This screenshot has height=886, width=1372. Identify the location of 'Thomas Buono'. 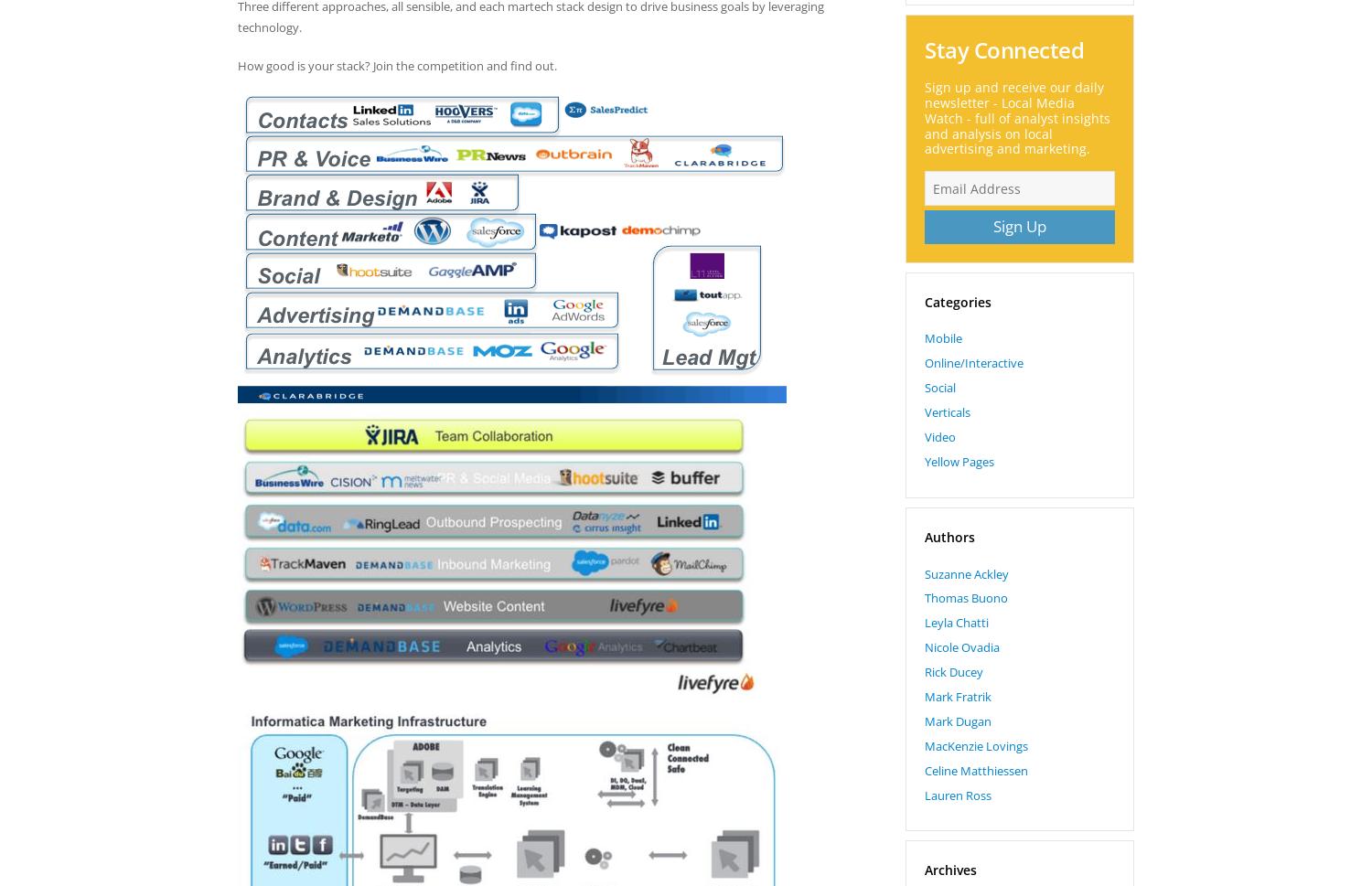
(966, 597).